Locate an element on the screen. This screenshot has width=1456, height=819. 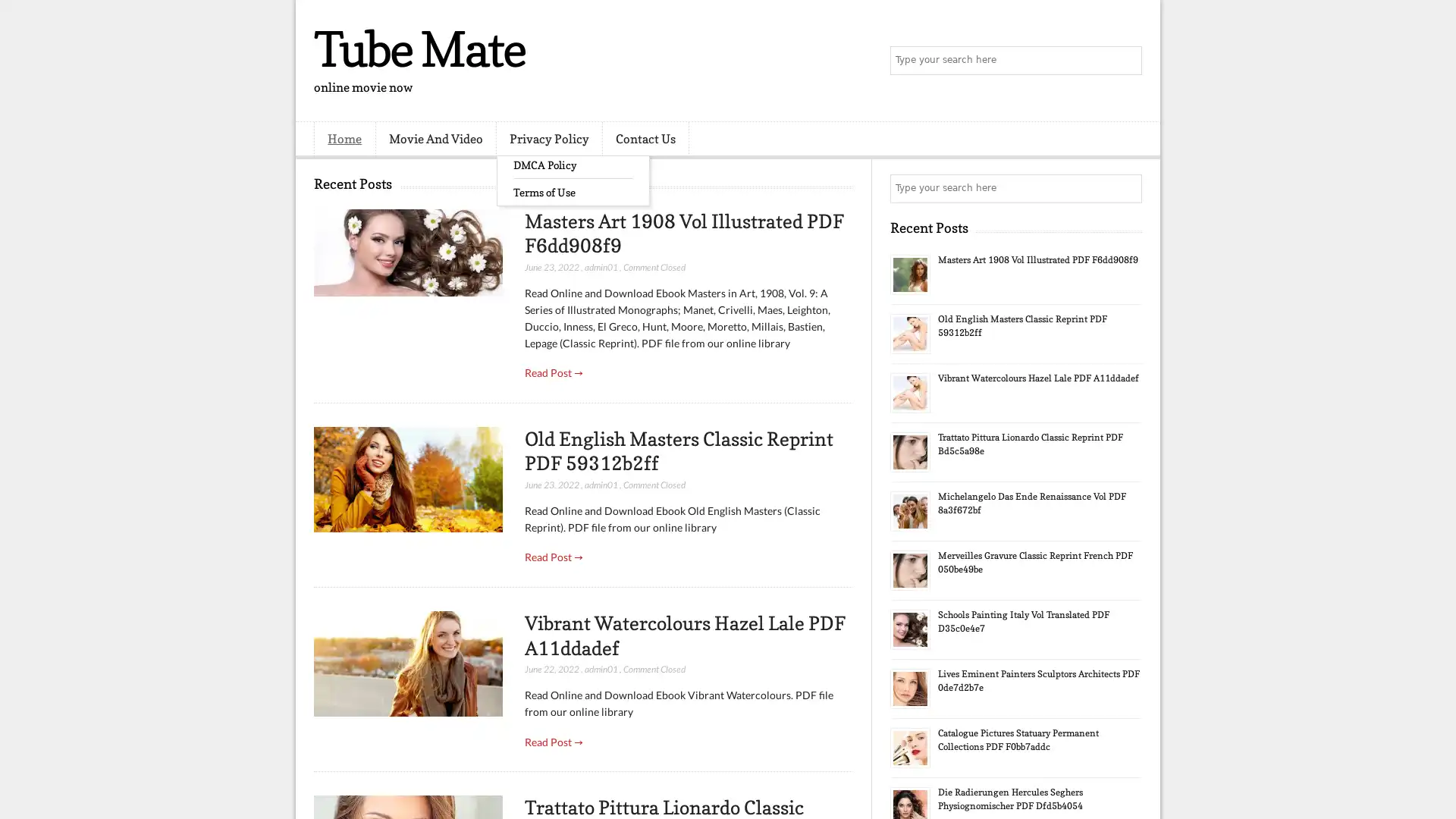
Search is located at coordinates (1126, 188).